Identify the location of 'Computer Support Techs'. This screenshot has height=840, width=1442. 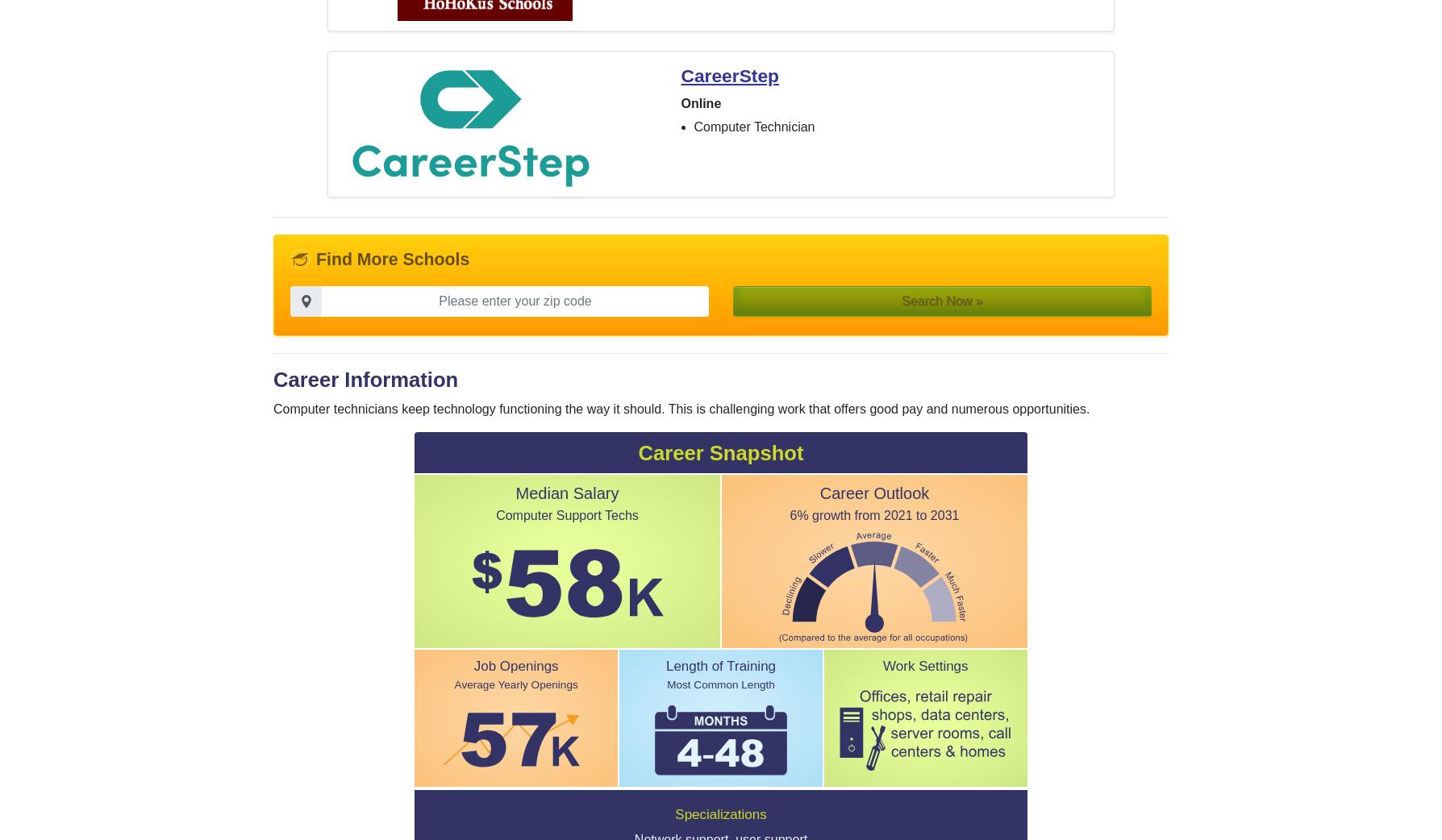
(566, 515).